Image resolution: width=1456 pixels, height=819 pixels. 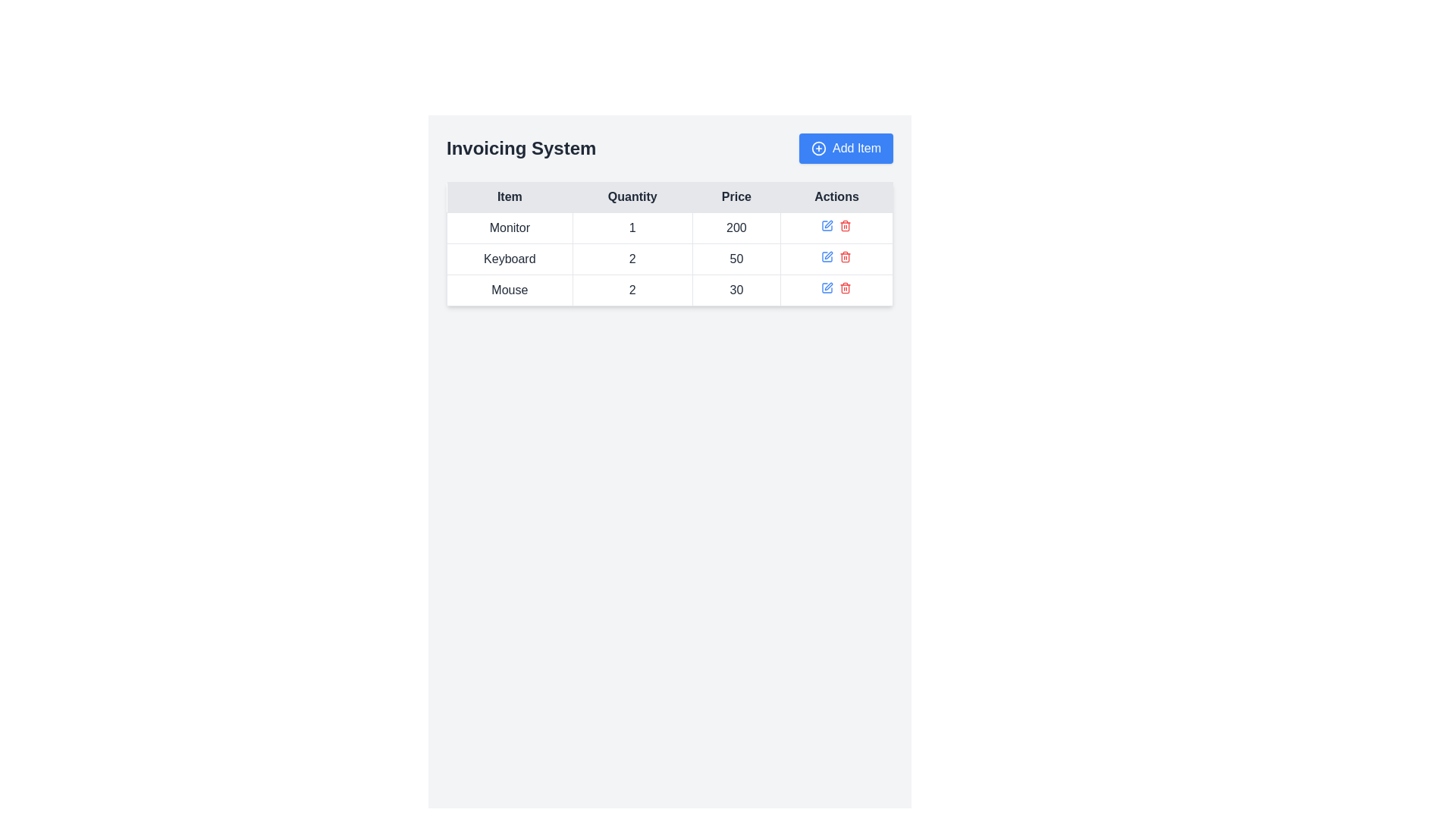 What do you see at coordinates (827, 225) in the screenshot?
I see `the square outline with rounded corners that is part of the pen icon in the 'Actions' column next to the 'Keyboard' item` at bounding box center [827, 225].